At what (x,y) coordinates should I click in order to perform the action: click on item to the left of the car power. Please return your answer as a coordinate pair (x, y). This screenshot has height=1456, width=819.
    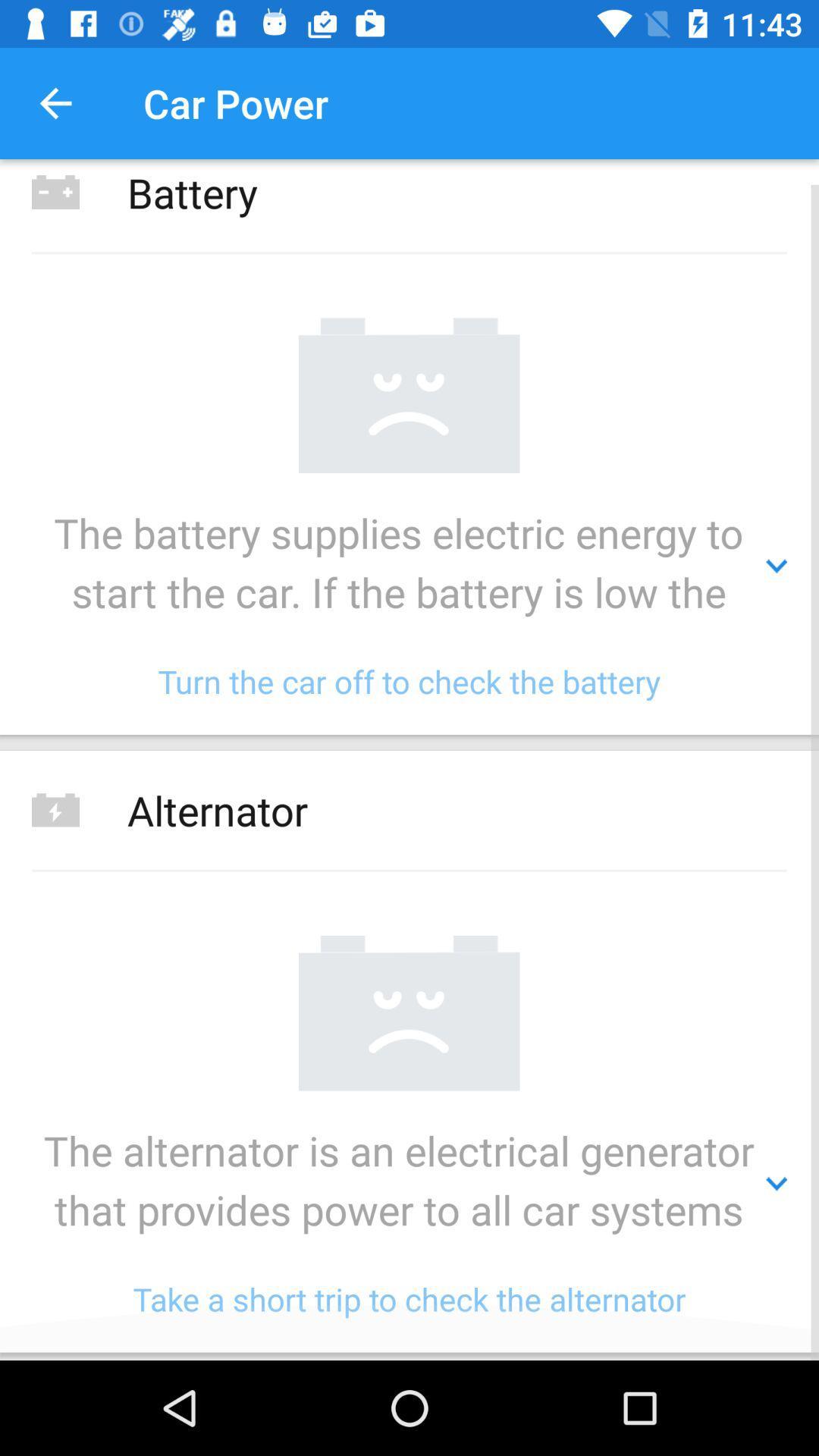
    Looking at the image, I should click on (55, 102).